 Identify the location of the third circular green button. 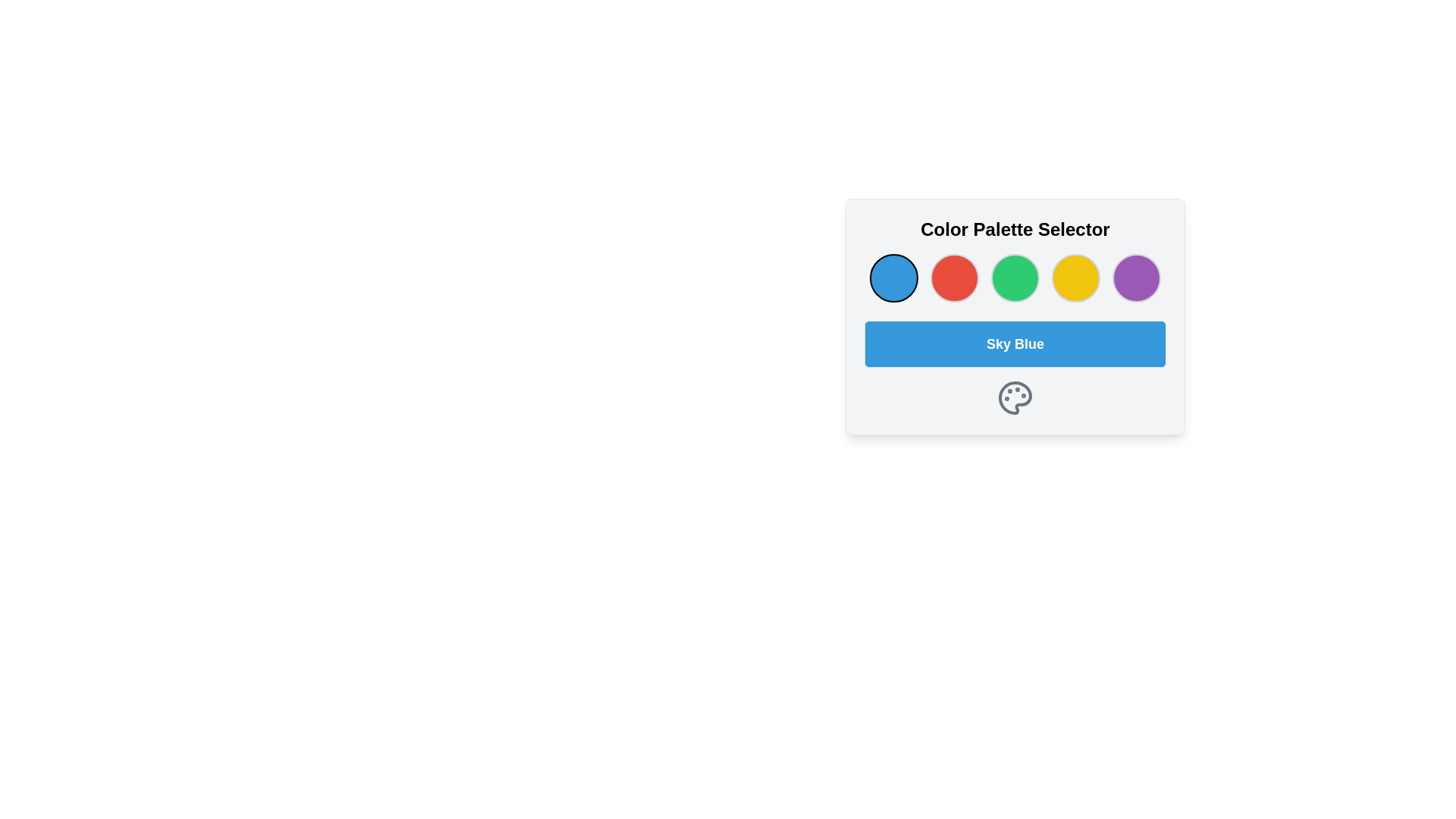
(1015, 278).